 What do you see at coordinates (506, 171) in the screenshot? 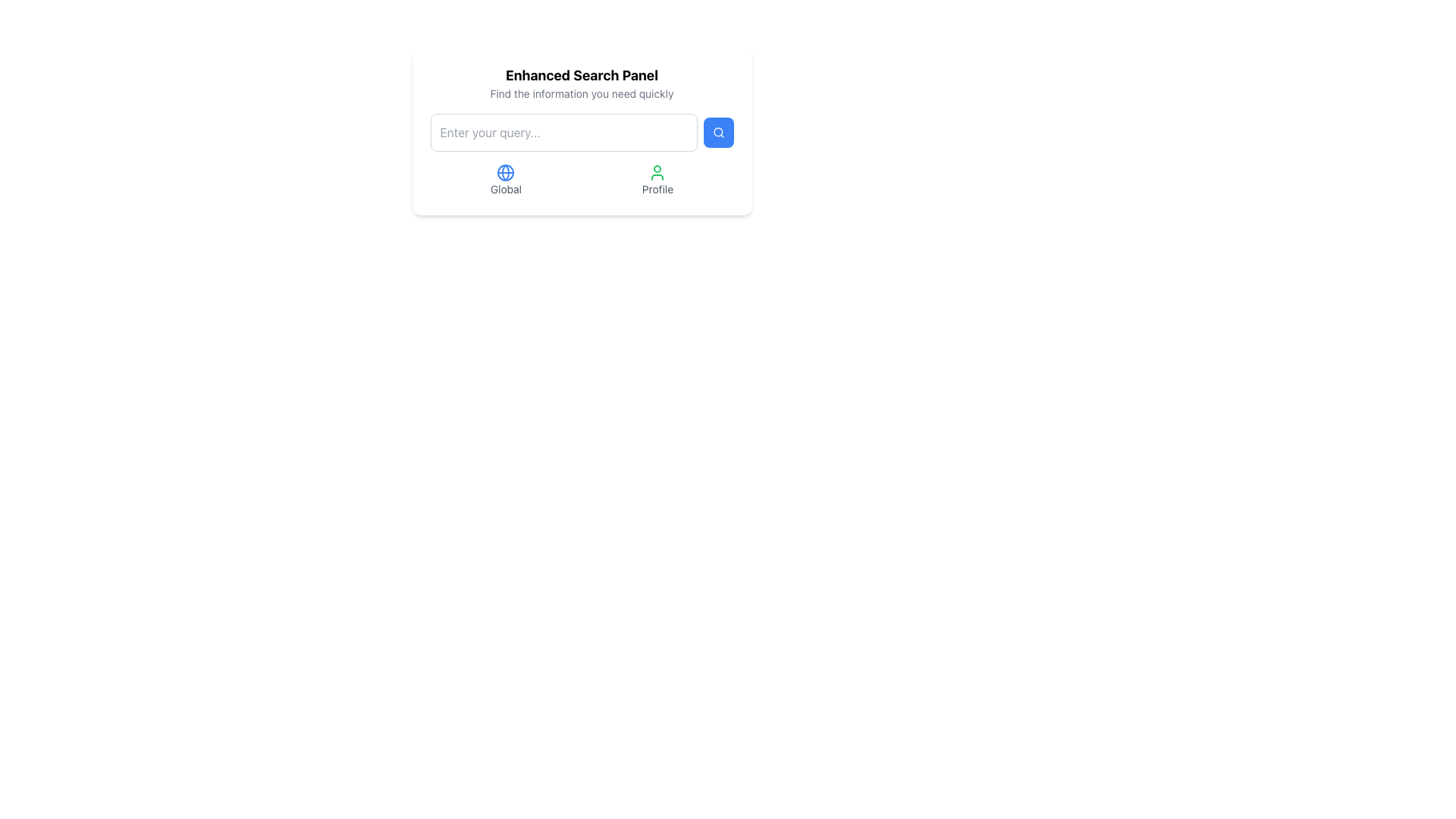
I see `the globe icon, which is styled with a circular outline and horizontal lines, located centrally below the input search bar and above the 'Global' label` at bounding box center [506, 171].